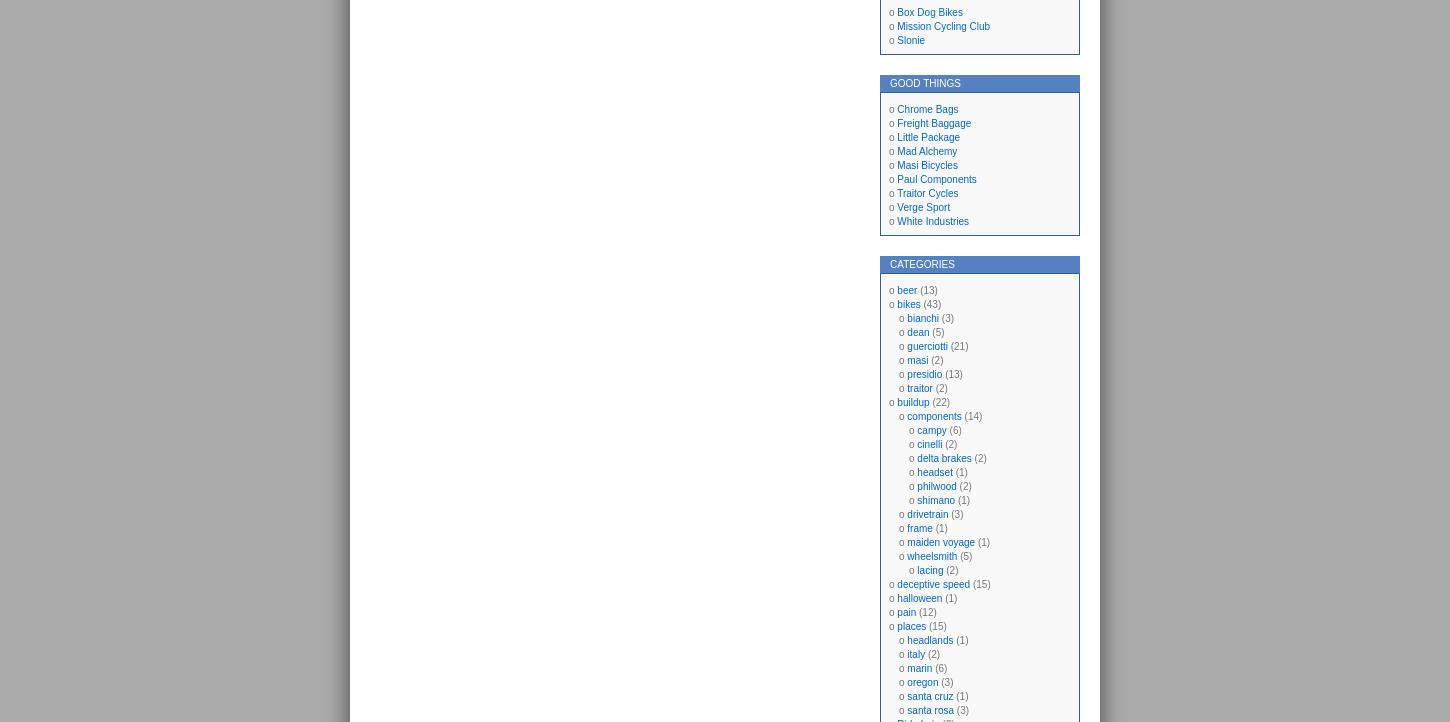 The width and height of the screenshot is (1450, 722). Describe the element at coordinates (930, 429) in the screenshot. I see `'campy'` at that location.